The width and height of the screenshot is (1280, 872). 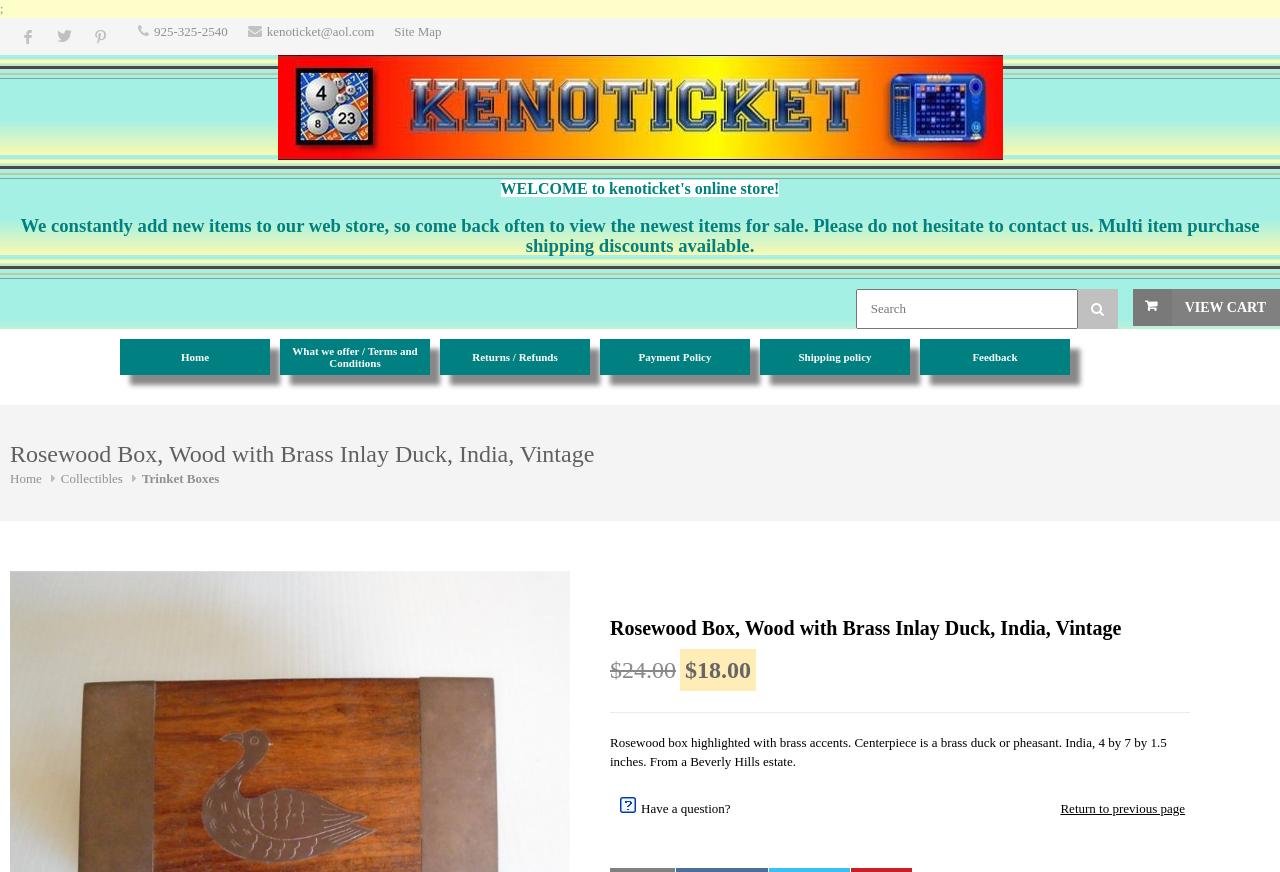 What do you see at coordinates (685, 807) in the screenshot?
I see `'Have a question?'` at bounding box center [685, 807].